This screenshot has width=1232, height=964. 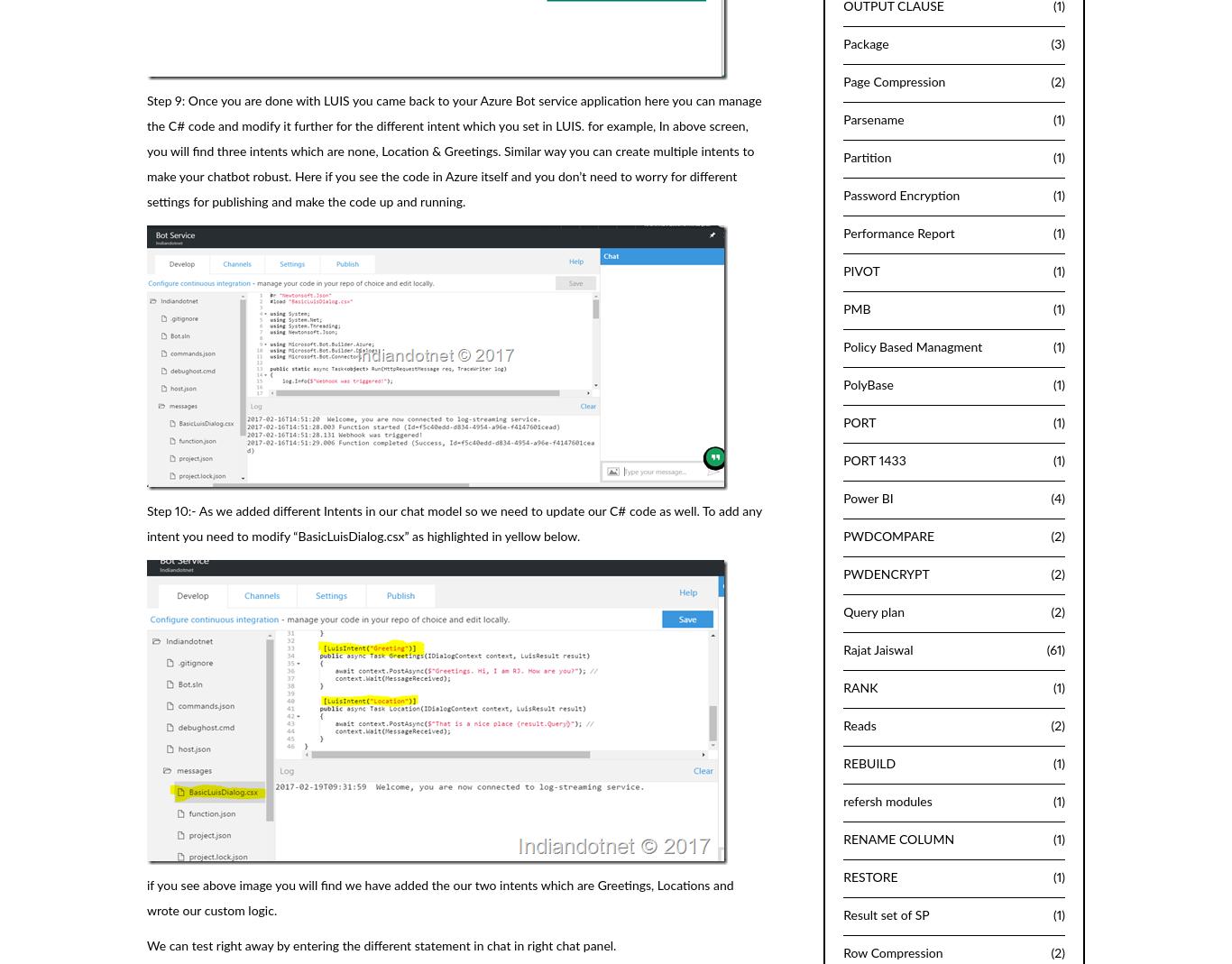 I want to click on 'PIVOT', so click(x=860, y=271).